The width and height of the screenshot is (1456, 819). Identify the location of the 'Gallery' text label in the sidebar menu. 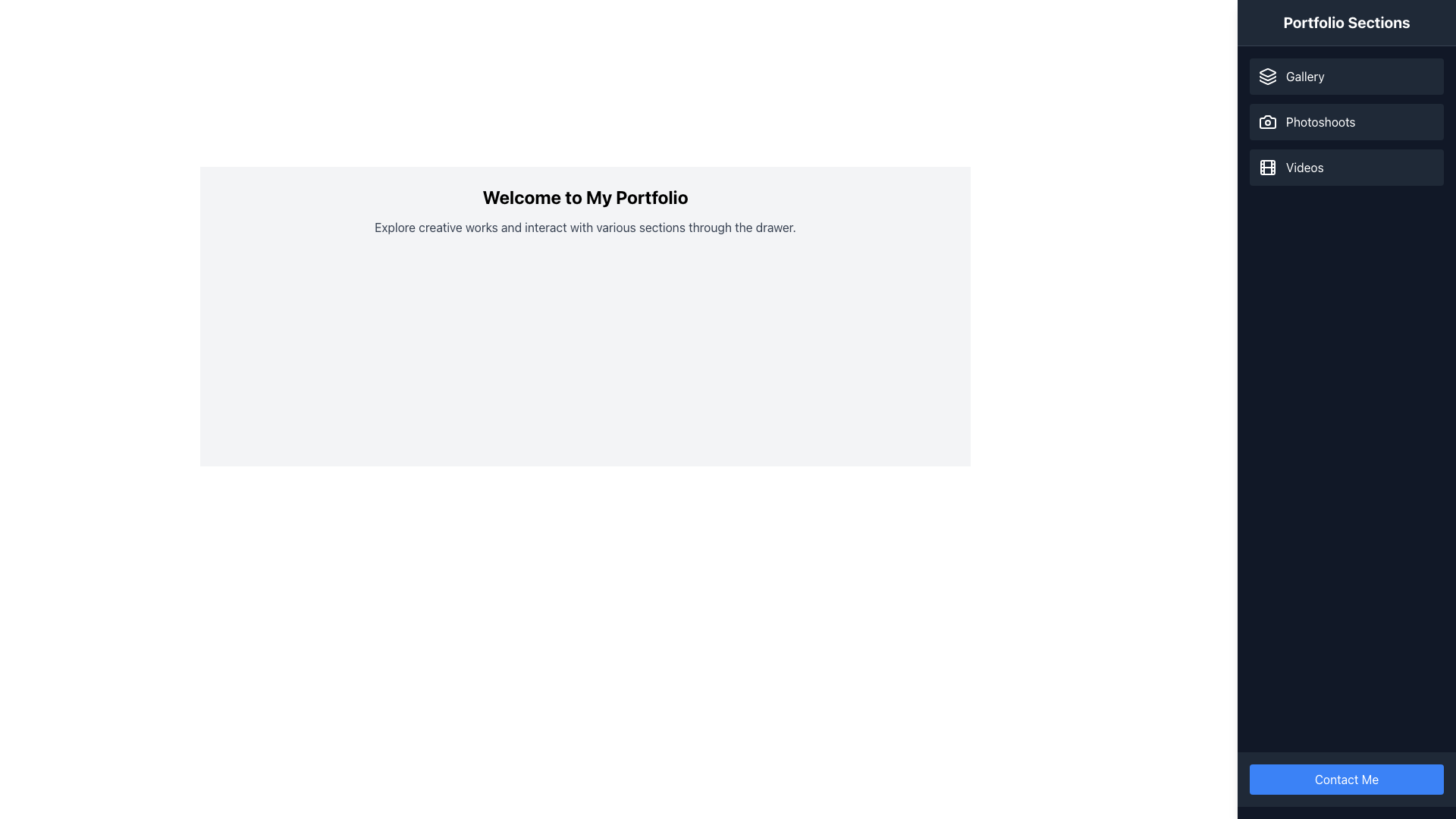
(1304, 76).